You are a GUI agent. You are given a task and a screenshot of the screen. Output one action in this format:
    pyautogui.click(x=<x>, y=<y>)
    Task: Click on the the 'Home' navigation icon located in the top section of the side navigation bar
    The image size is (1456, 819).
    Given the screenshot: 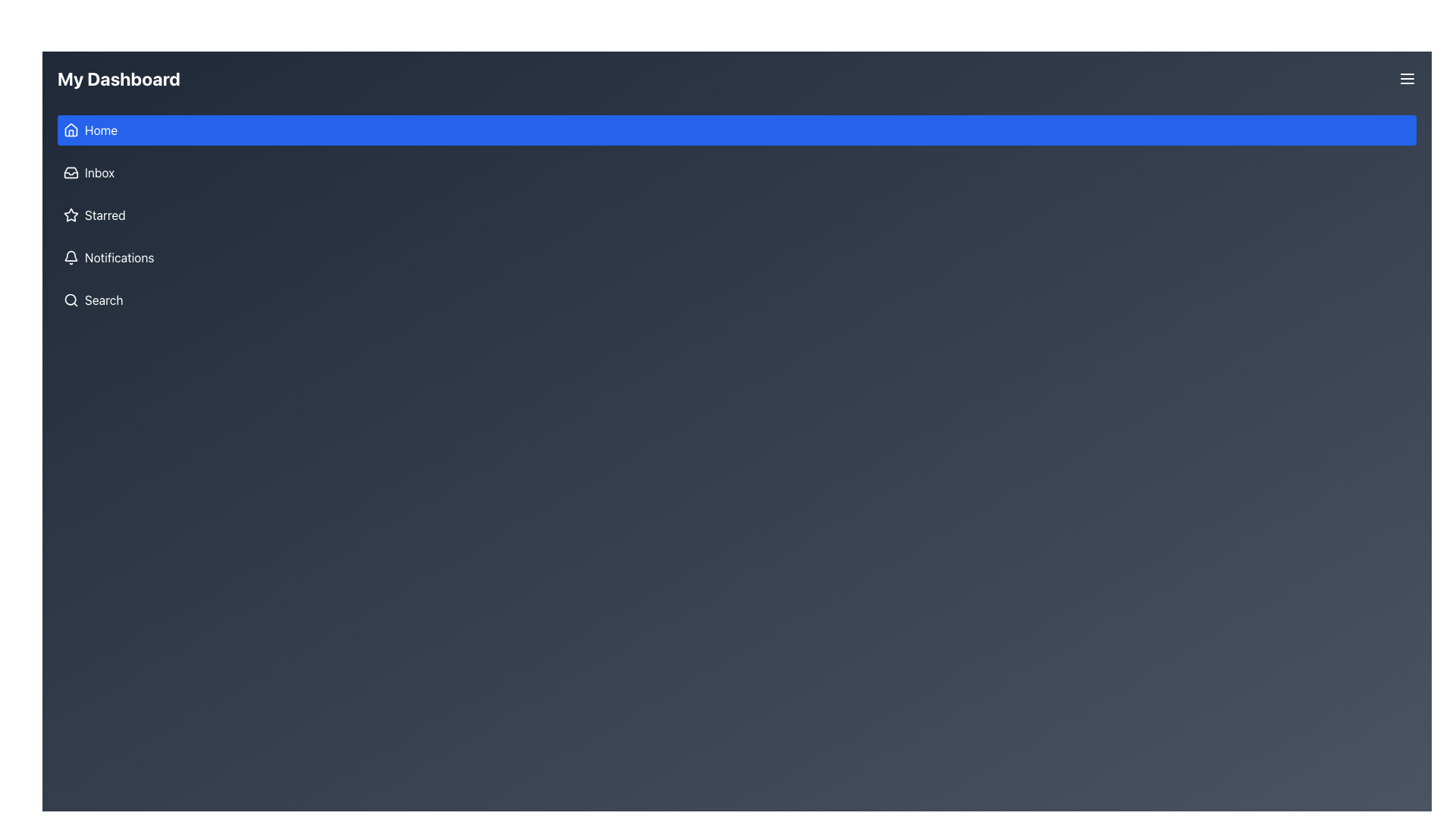 What is the action you would take?
    pyautogui.click(x=71, y=128)
    